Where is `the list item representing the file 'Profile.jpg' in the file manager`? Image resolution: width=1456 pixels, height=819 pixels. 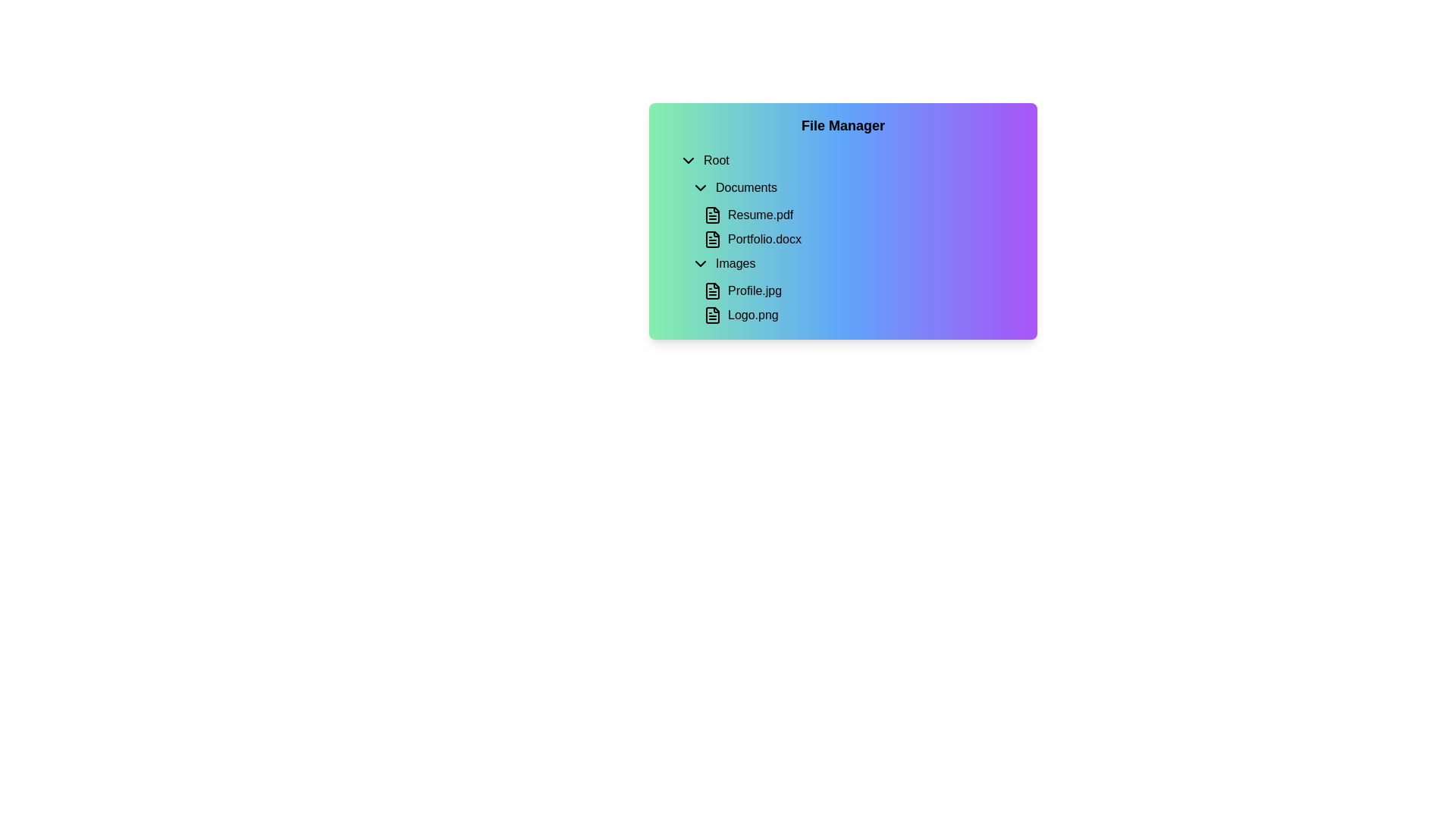 the list item representing the file 'Profile.jpg' in the file manager is located at coordinates (855, 291).